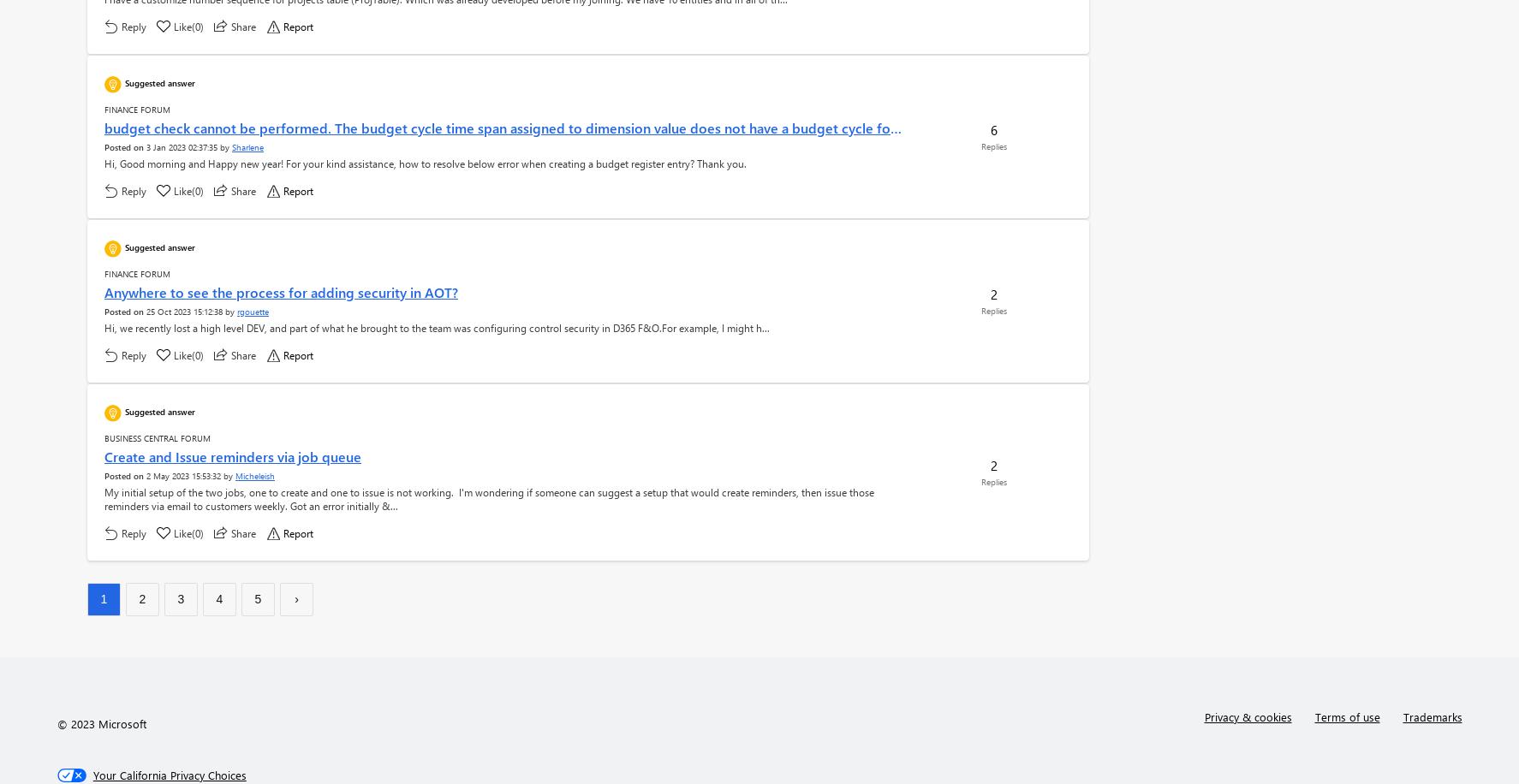 Image resolution: width=1519 pixels, height=784 pixels. Describe the element at coordinates (168, 774) in the screenshot. I see `'Your California Privacy Choices'` at that location.